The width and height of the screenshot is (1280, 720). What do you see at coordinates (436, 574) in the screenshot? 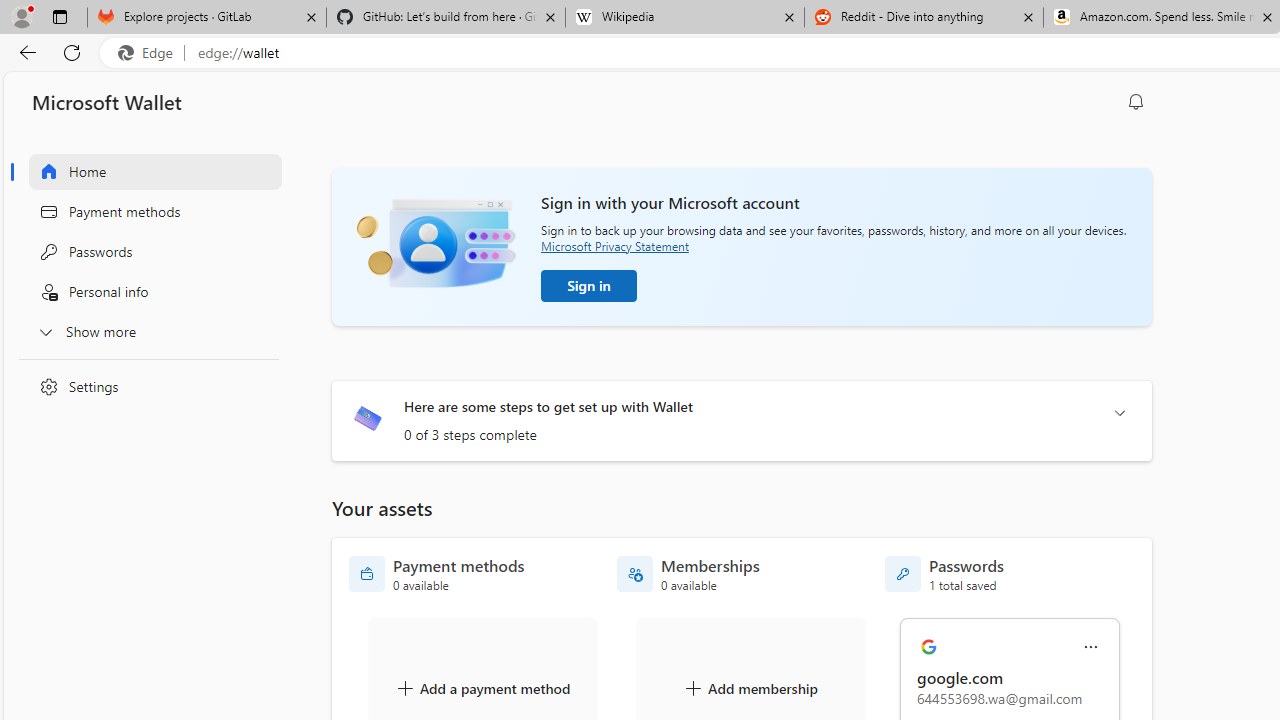
I see `'Payment methods - 0 available'` at bounding box center [436, 574].